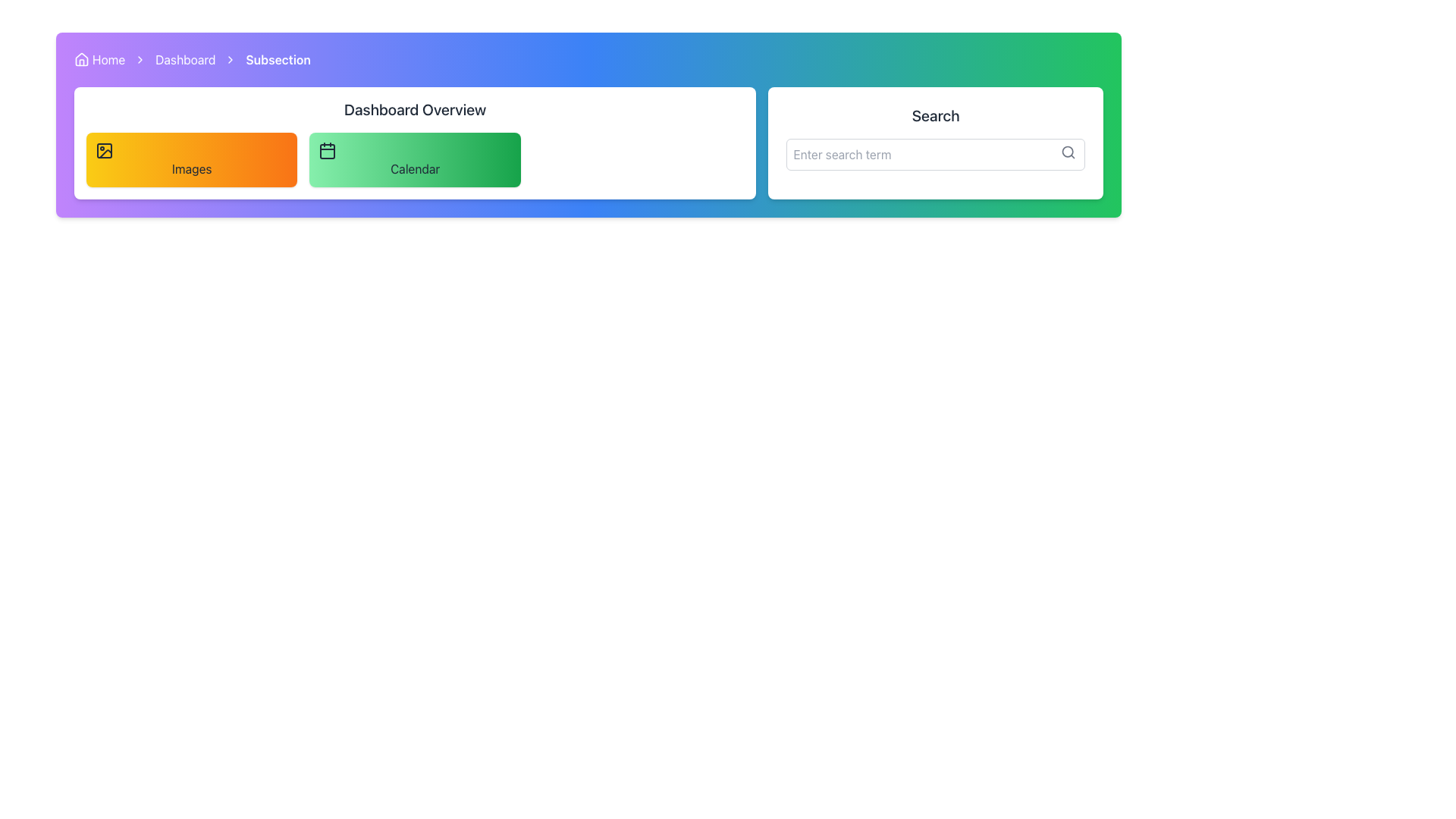 This screenshot has width=1456, height=819. What do you see at coordinates (1067, 152) in the screenshot?
I see `the search icon button resembling a magnifying glass at the far-right end of the input field labeled 'Enter search term' to trigger tooltip or animation effects` at bounding box center [1067, 152].